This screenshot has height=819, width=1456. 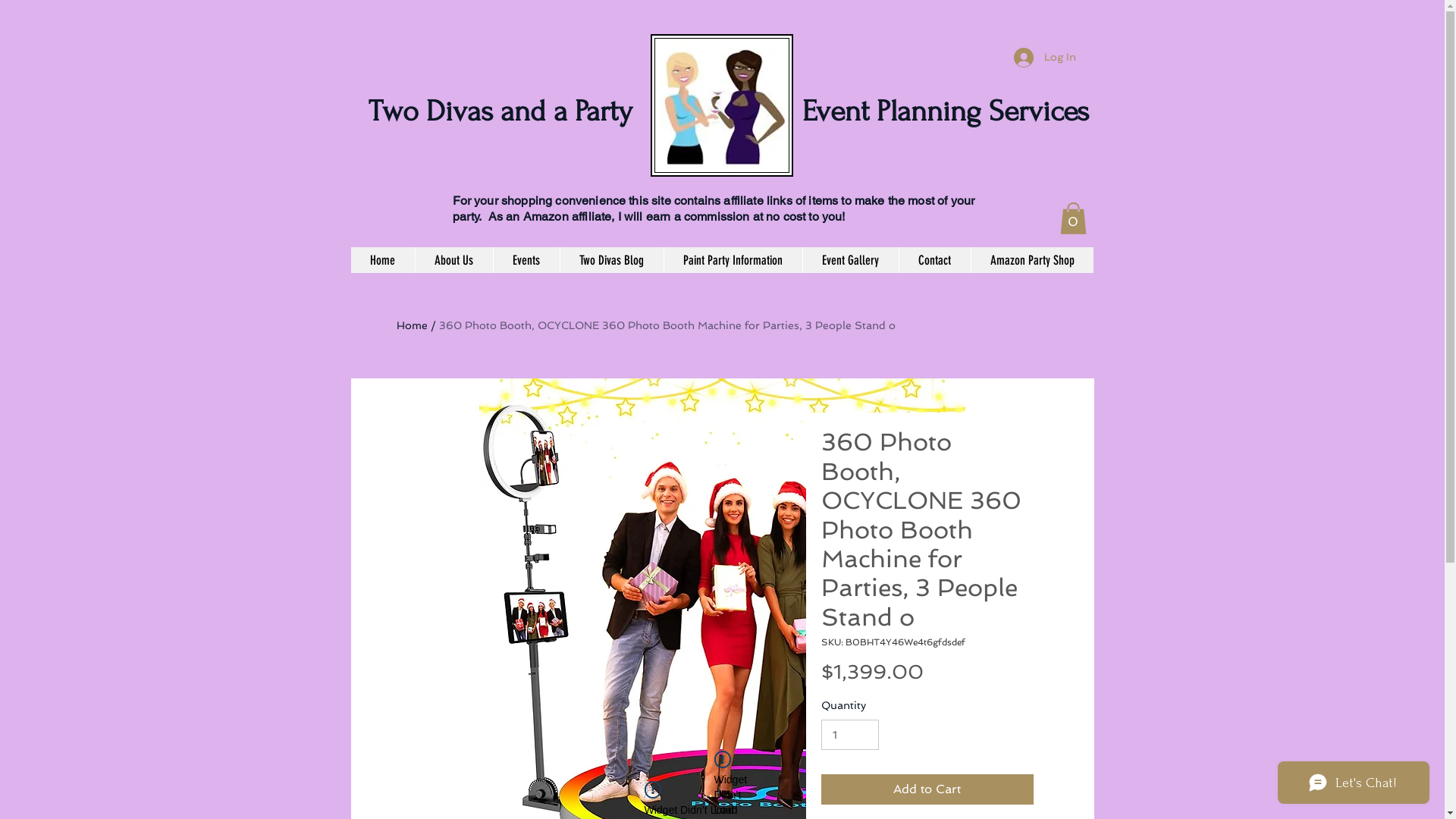 What do you see at coordinates (411, 324) in the screenshot?
I see `'Home'` at bounding box center [411, 324].